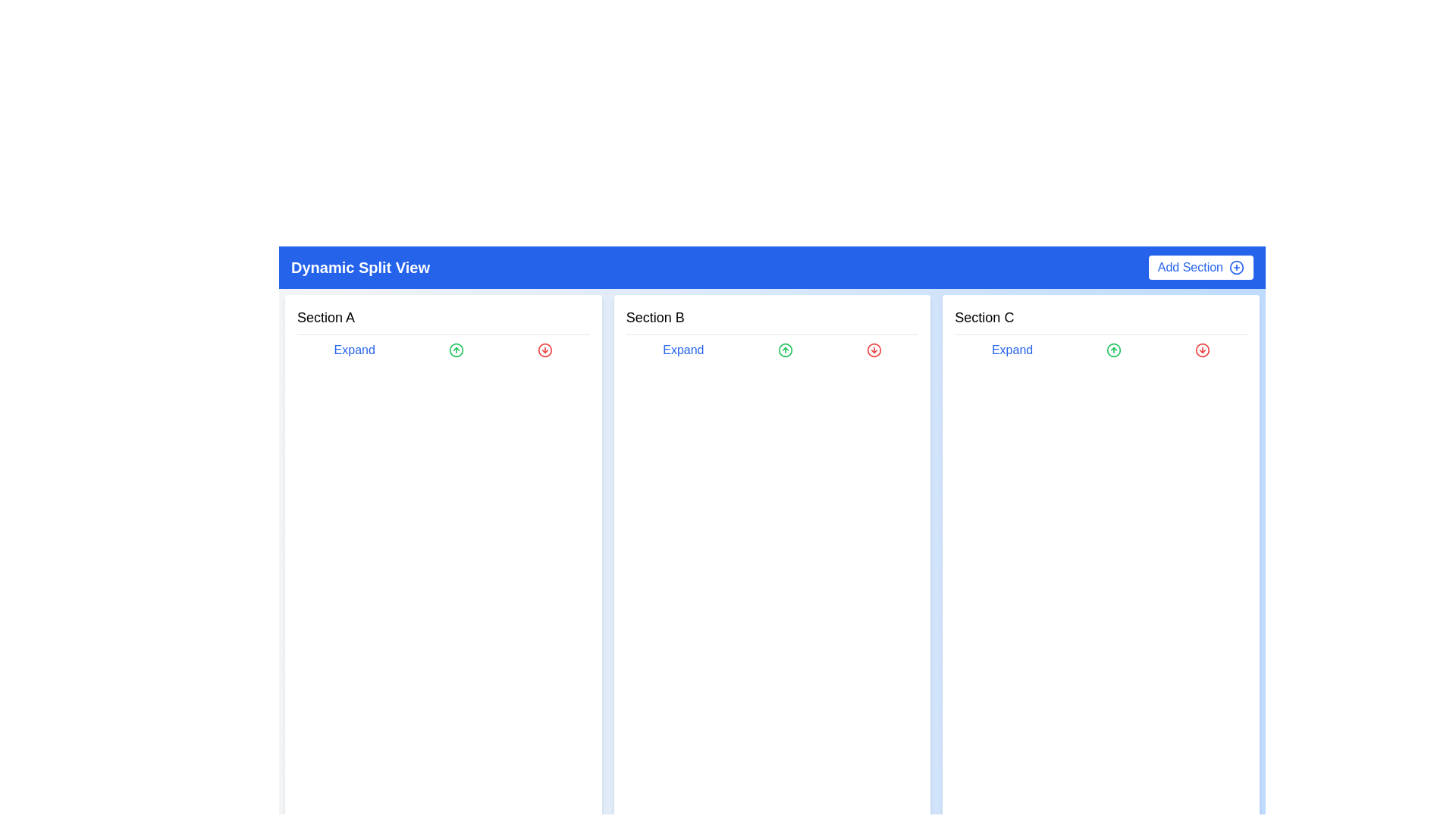  What do you see at coordinates (785, 350) in the screenshot?
I see `the green circular arrow icon button located in 'Section B', positioned to the right of the 'Expand' link and between the 'Expand' text and a red down arrow icon` at bounding box center [785, 350].